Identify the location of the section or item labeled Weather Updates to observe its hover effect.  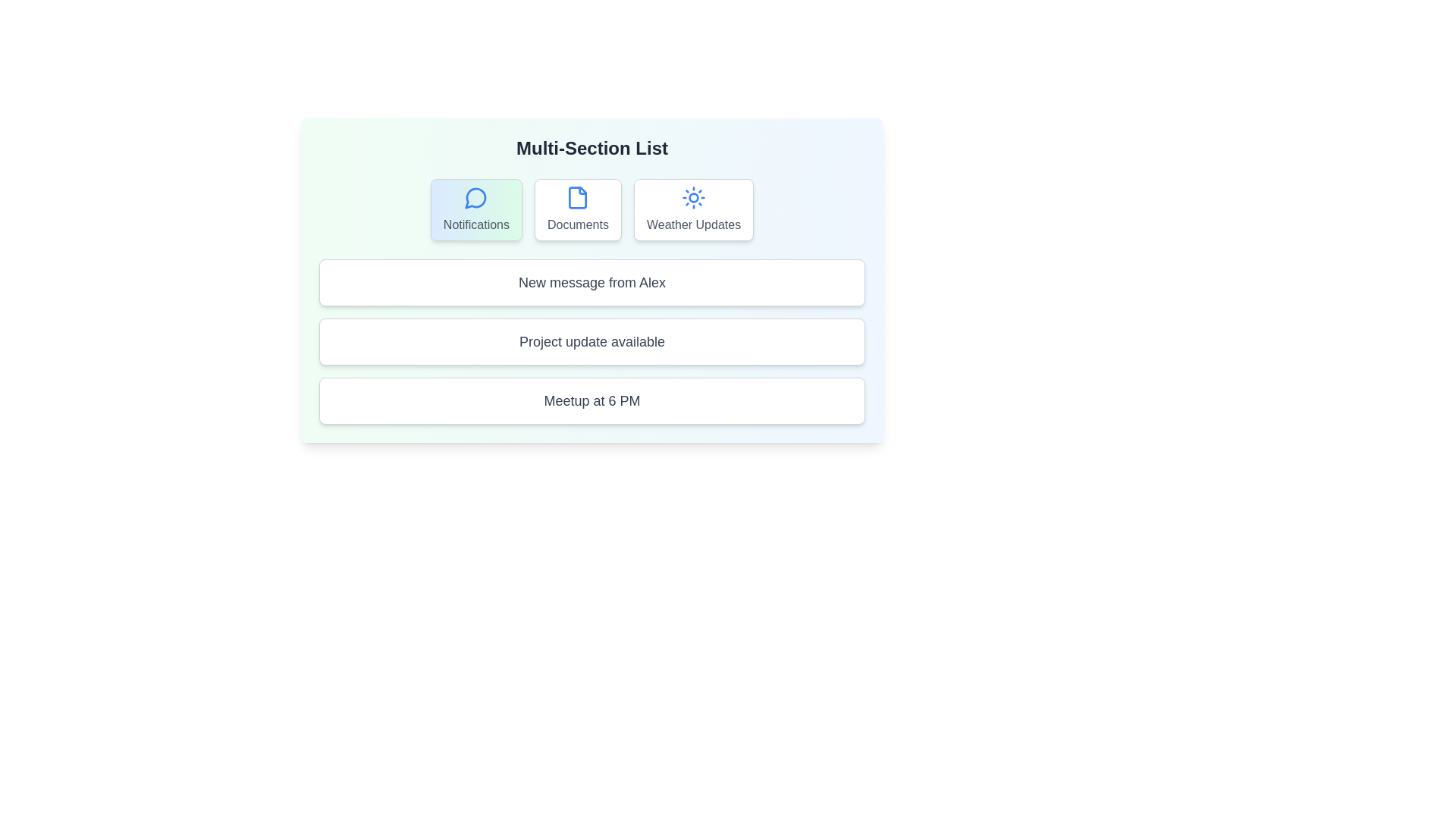
(693, 210).